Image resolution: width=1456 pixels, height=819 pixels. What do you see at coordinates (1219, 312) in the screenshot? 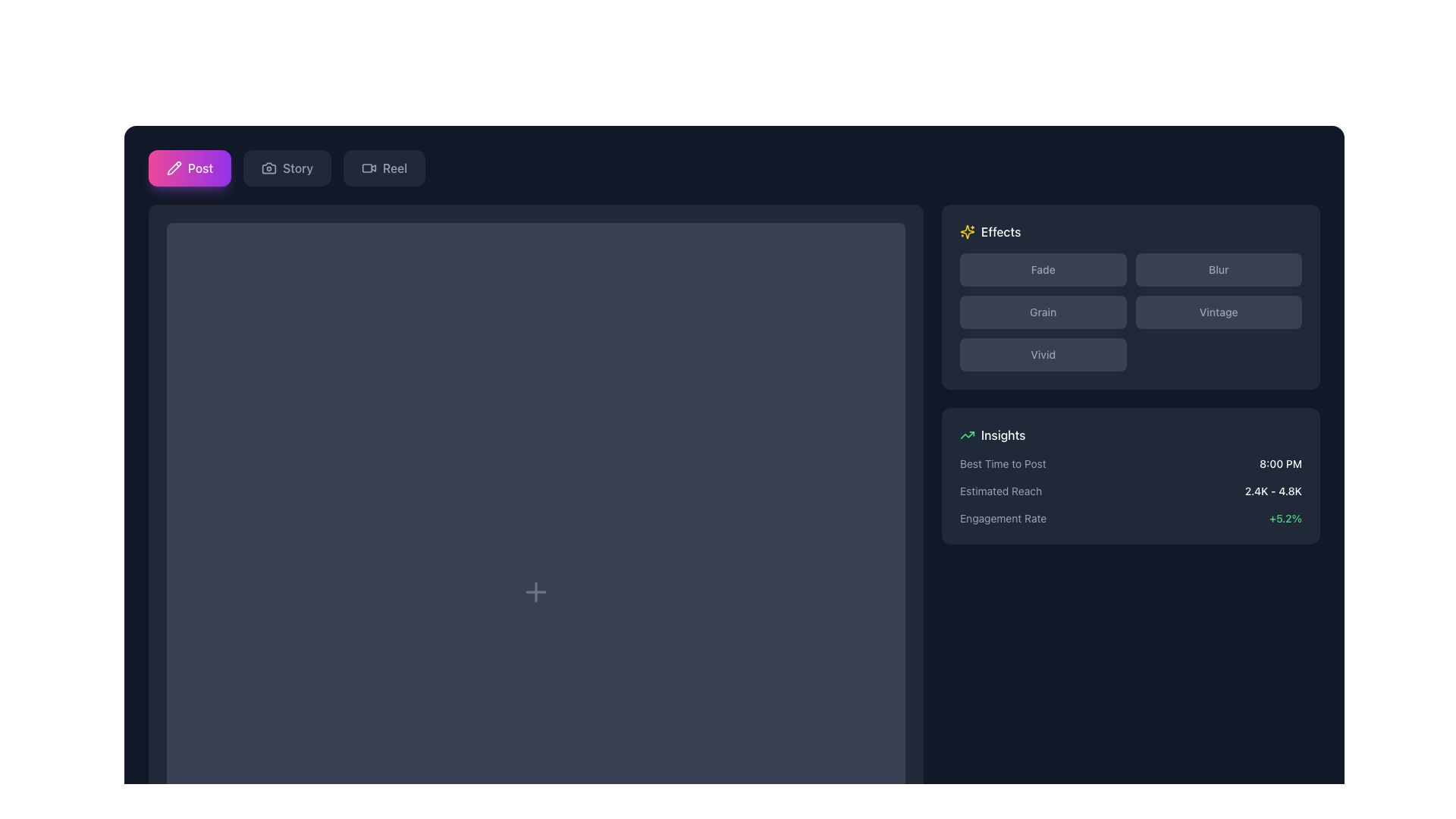
I see `the 'Vintage' button located in the bottom-right section of the 'Effects' panel to apply the effect` at bounding box center [1219, 312].